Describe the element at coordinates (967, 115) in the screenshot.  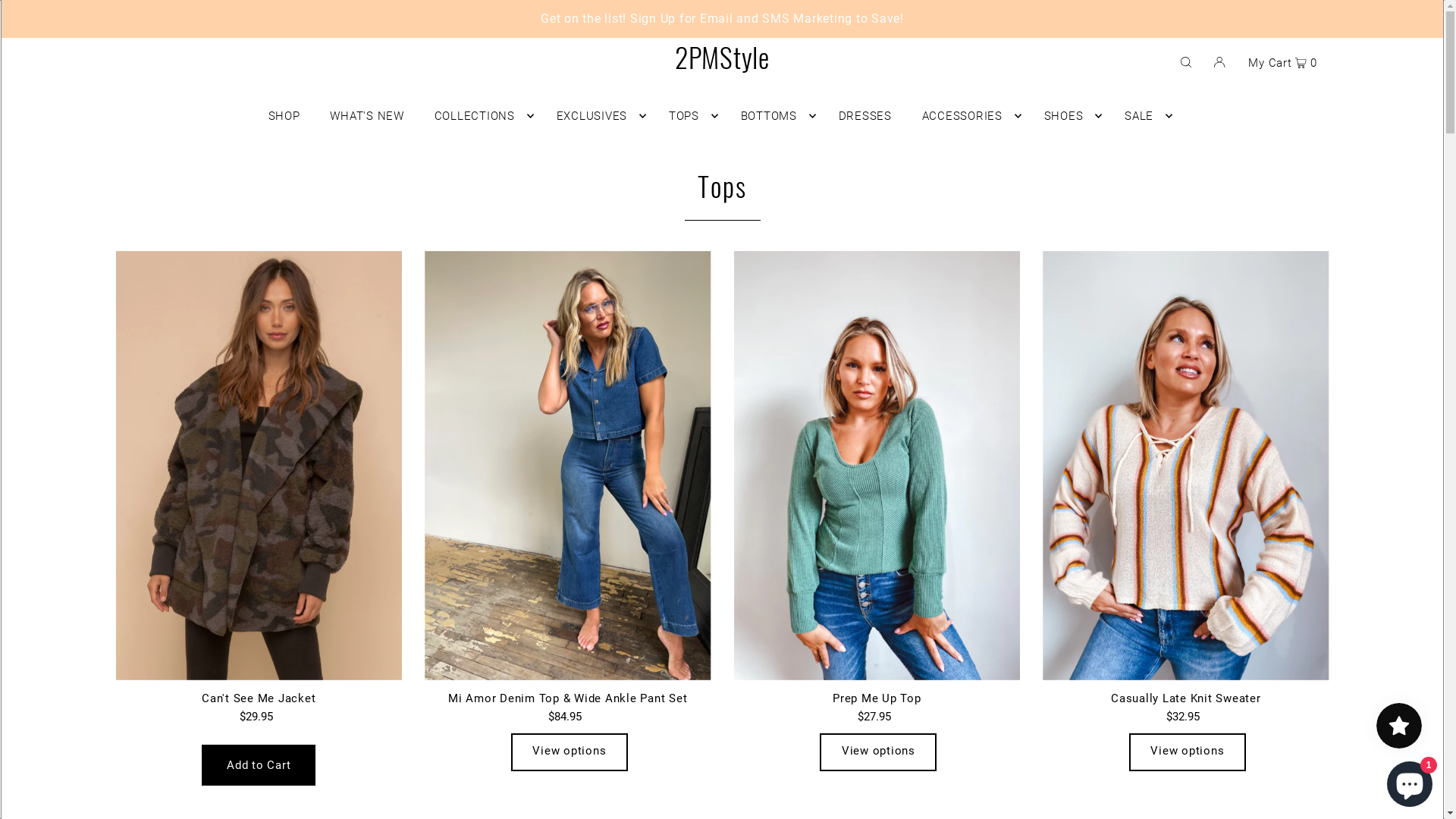
I see `'ACCESSORIES'` at that location.